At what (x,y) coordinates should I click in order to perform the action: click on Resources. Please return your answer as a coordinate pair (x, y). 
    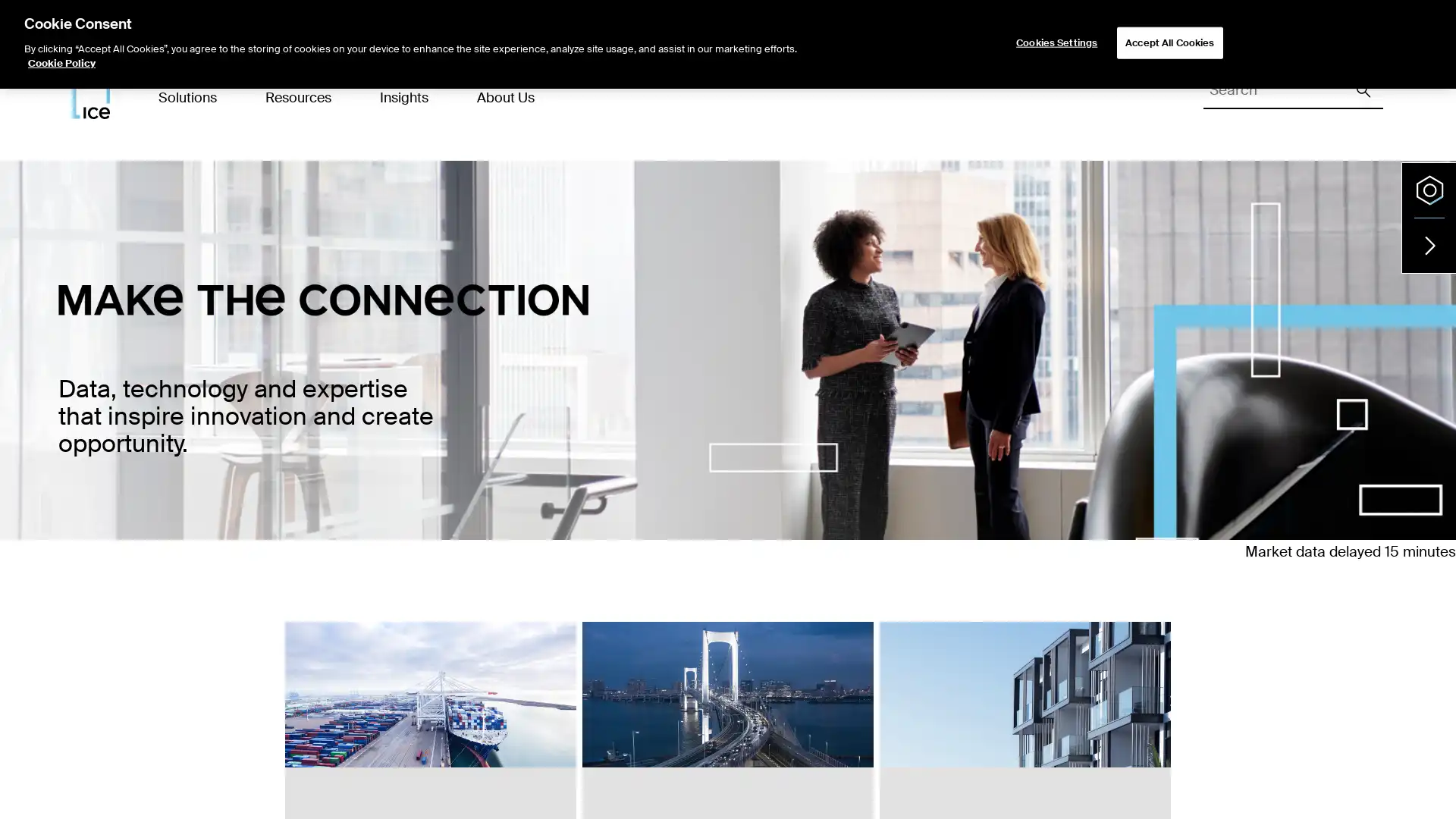
    Looking at the image, I should click on (298, 99).